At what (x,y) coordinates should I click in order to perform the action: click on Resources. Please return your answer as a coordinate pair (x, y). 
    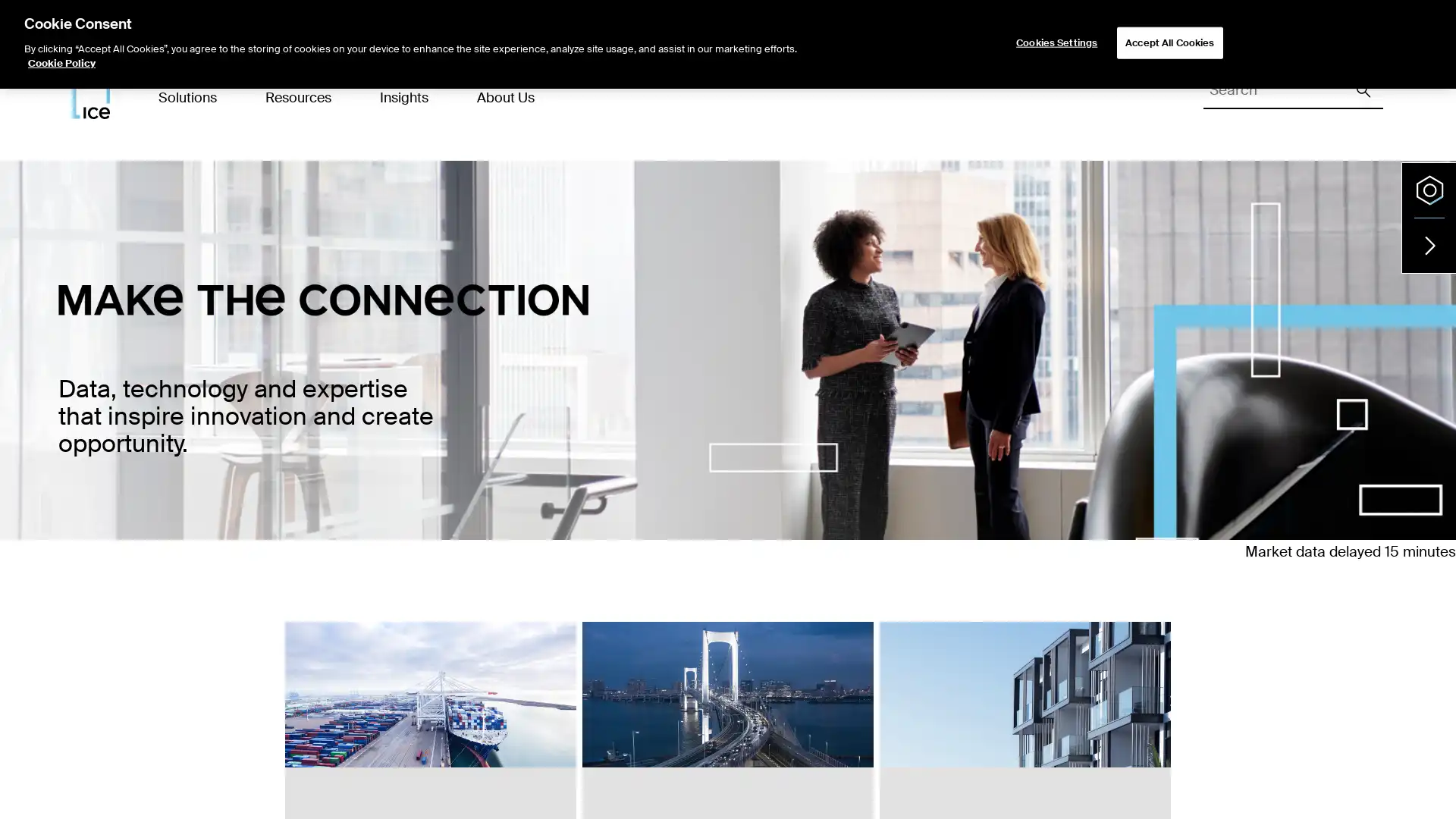
    Looking at the image, I should click on (298, 99).